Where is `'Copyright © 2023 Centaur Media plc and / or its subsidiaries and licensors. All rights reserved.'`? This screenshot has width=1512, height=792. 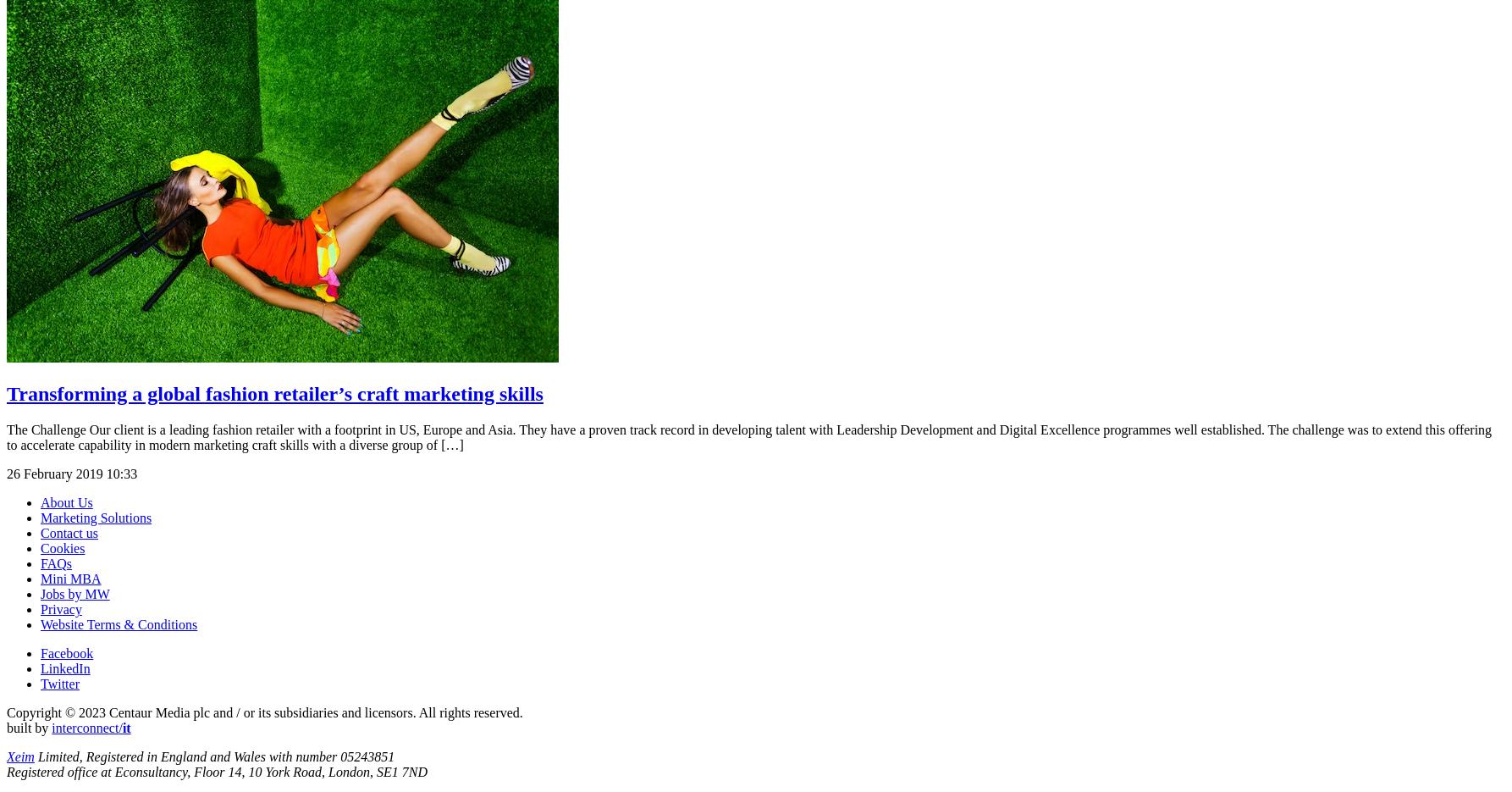 'Copyright © 2023 Centaur Media plc and / or its subsidiaries and licensors. All rights reserved.' is located at coordinates (7, 712).